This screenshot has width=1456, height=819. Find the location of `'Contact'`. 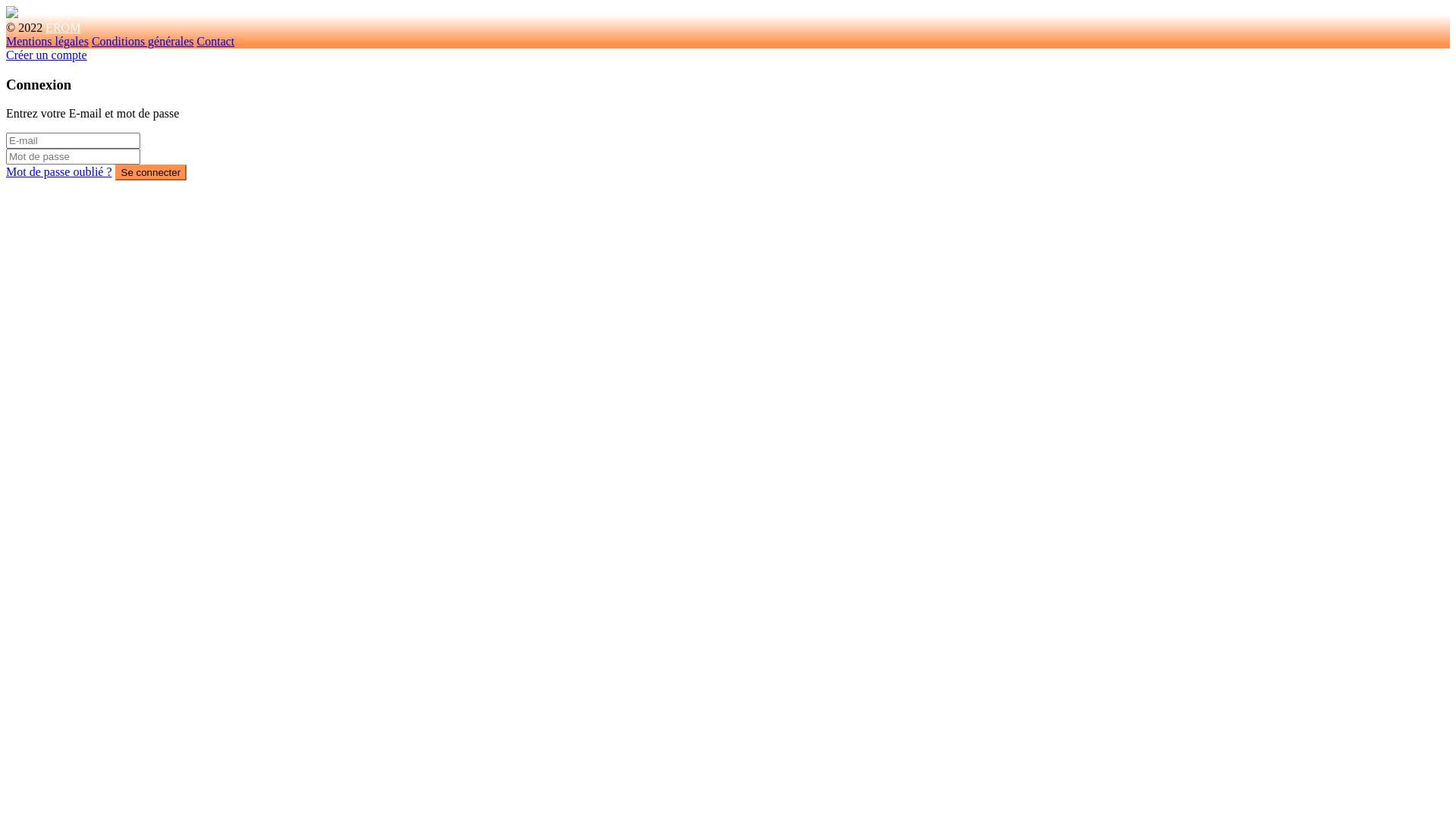

'Contact' is located at coordinates (215, 40).